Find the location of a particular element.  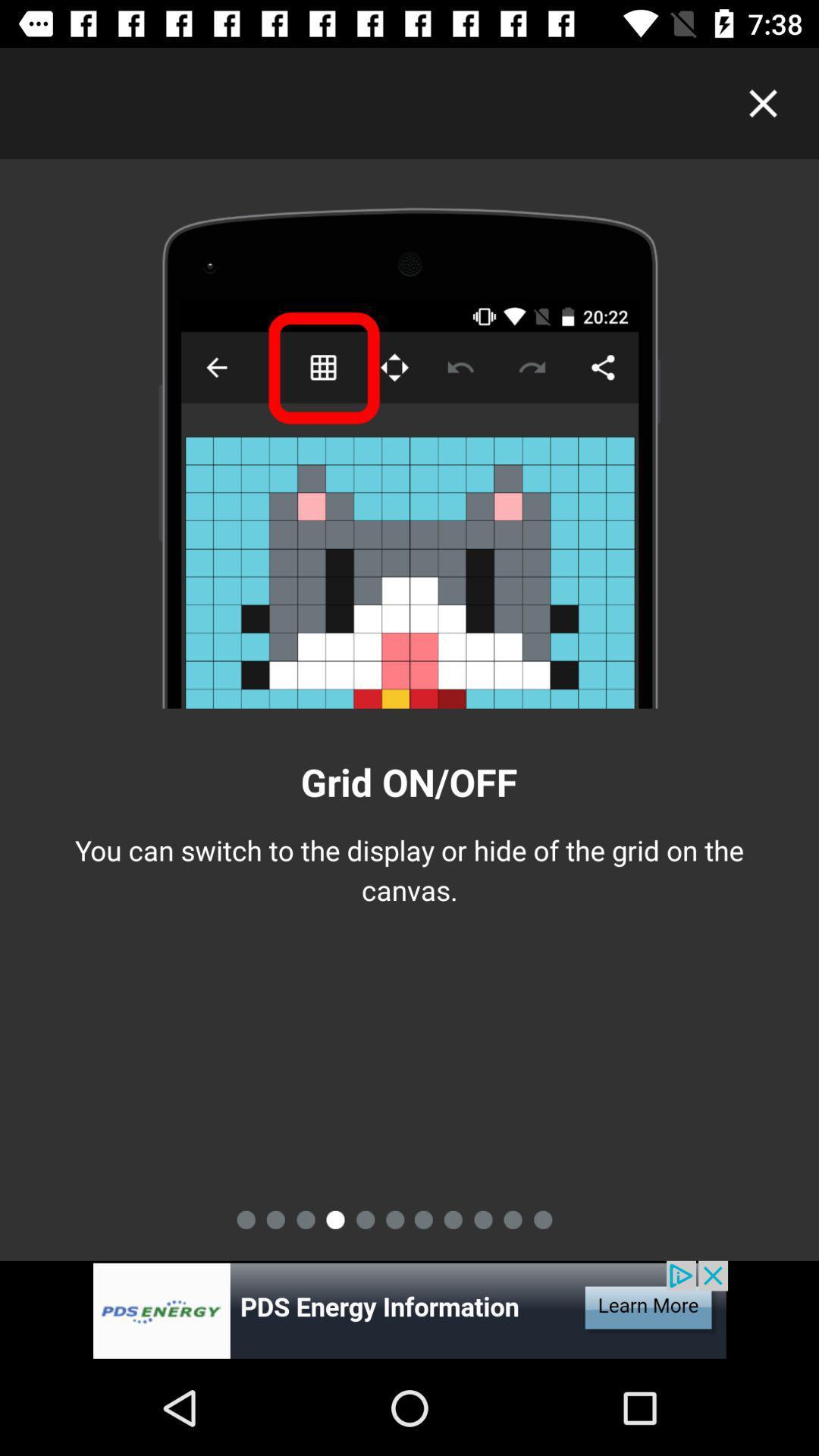

window is located at coordinates (763, 102).